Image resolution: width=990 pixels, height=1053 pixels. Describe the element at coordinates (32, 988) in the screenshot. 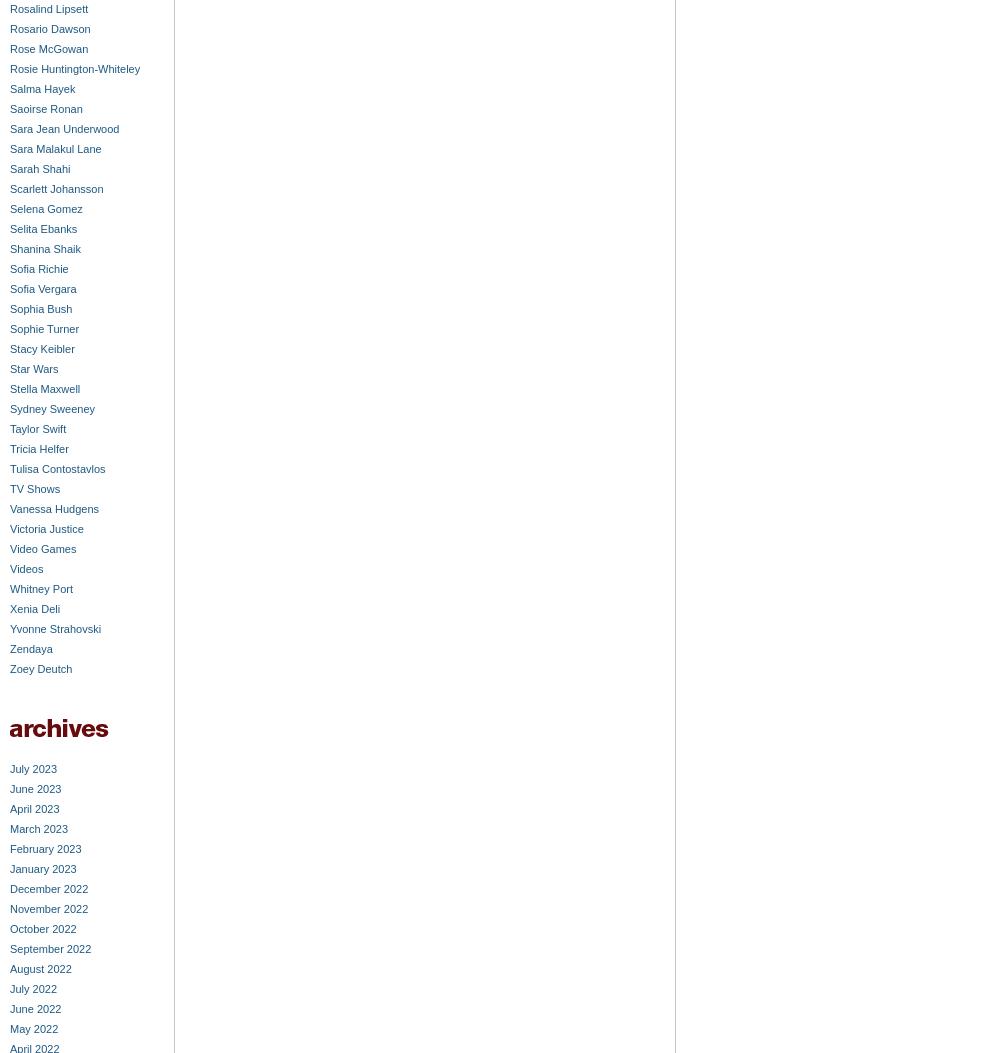

I see `'July 2022'` at that location.